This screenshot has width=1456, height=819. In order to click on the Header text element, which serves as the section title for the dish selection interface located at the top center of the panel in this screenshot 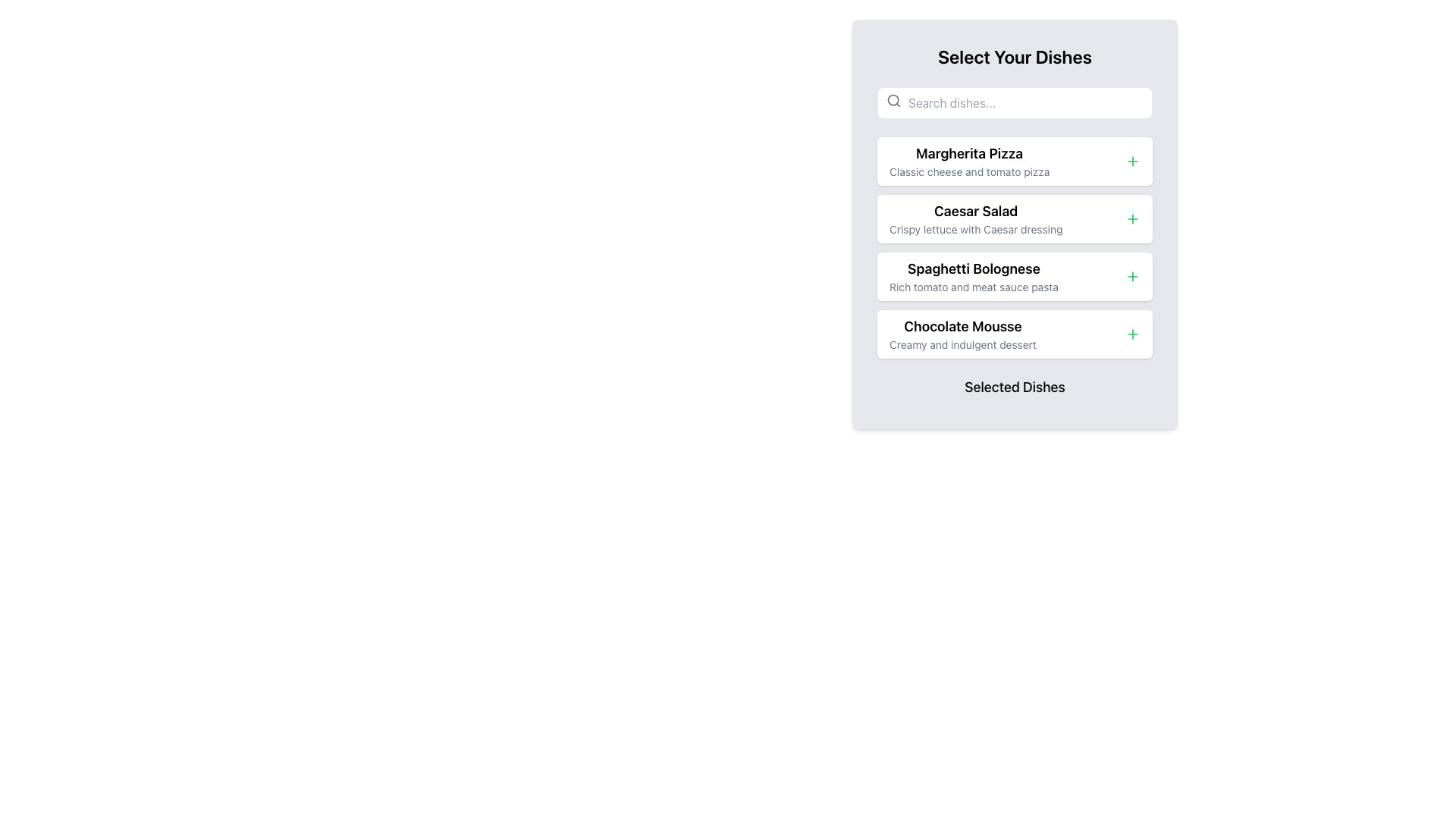, I will do `click(1015, 55)`.